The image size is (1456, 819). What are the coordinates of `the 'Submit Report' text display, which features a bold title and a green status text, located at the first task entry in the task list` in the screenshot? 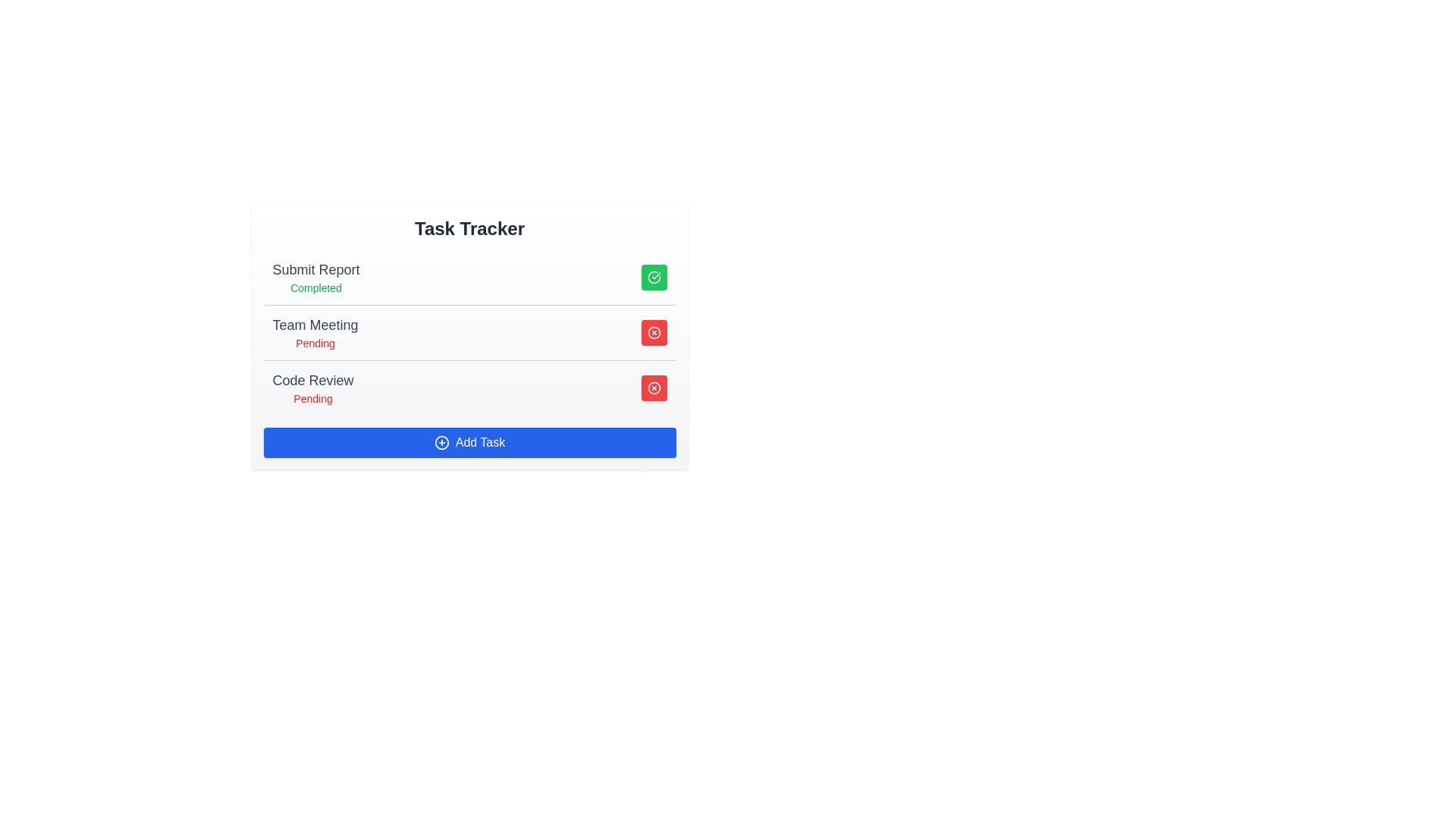 It's located at (315, 278).